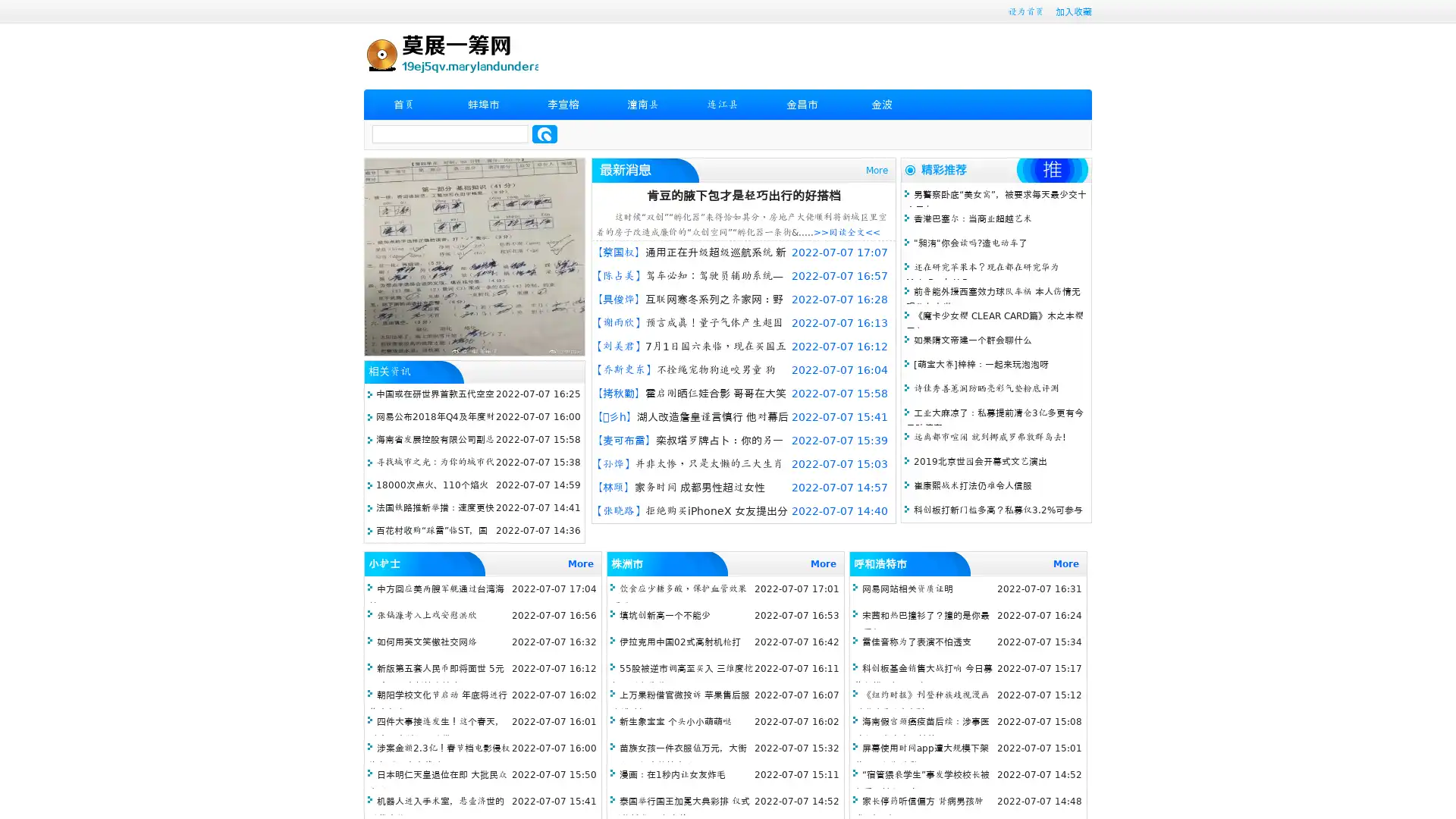  What do you see at coordinates (544, 133) in the screenshot?
I see `Search` at bounding box center [544, 133].